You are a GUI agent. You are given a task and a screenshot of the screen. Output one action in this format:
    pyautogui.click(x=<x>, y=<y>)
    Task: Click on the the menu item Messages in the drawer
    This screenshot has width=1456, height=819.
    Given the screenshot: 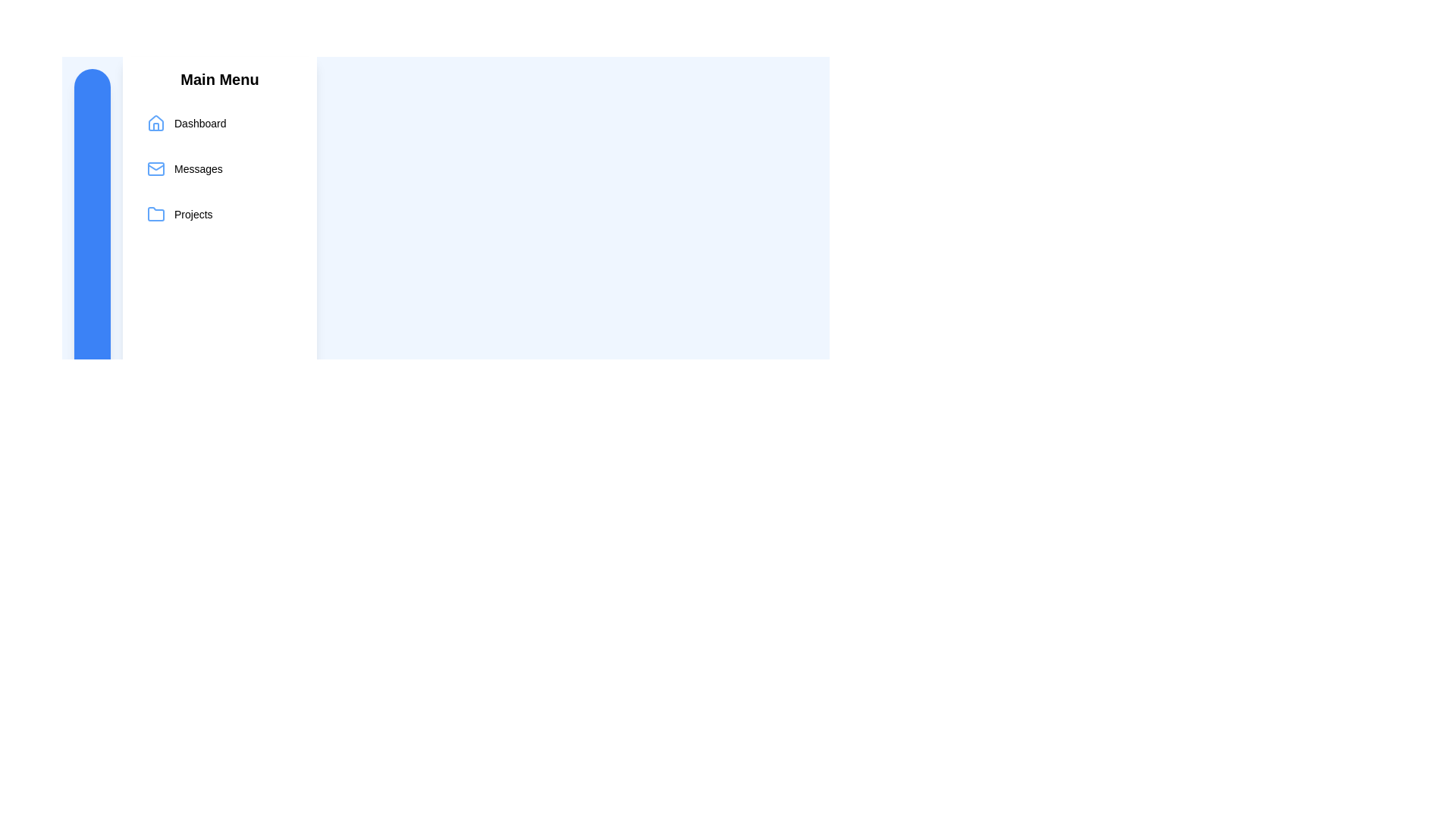 What is the action you would take?
    pyautogui.click(x=218, y=169)
    